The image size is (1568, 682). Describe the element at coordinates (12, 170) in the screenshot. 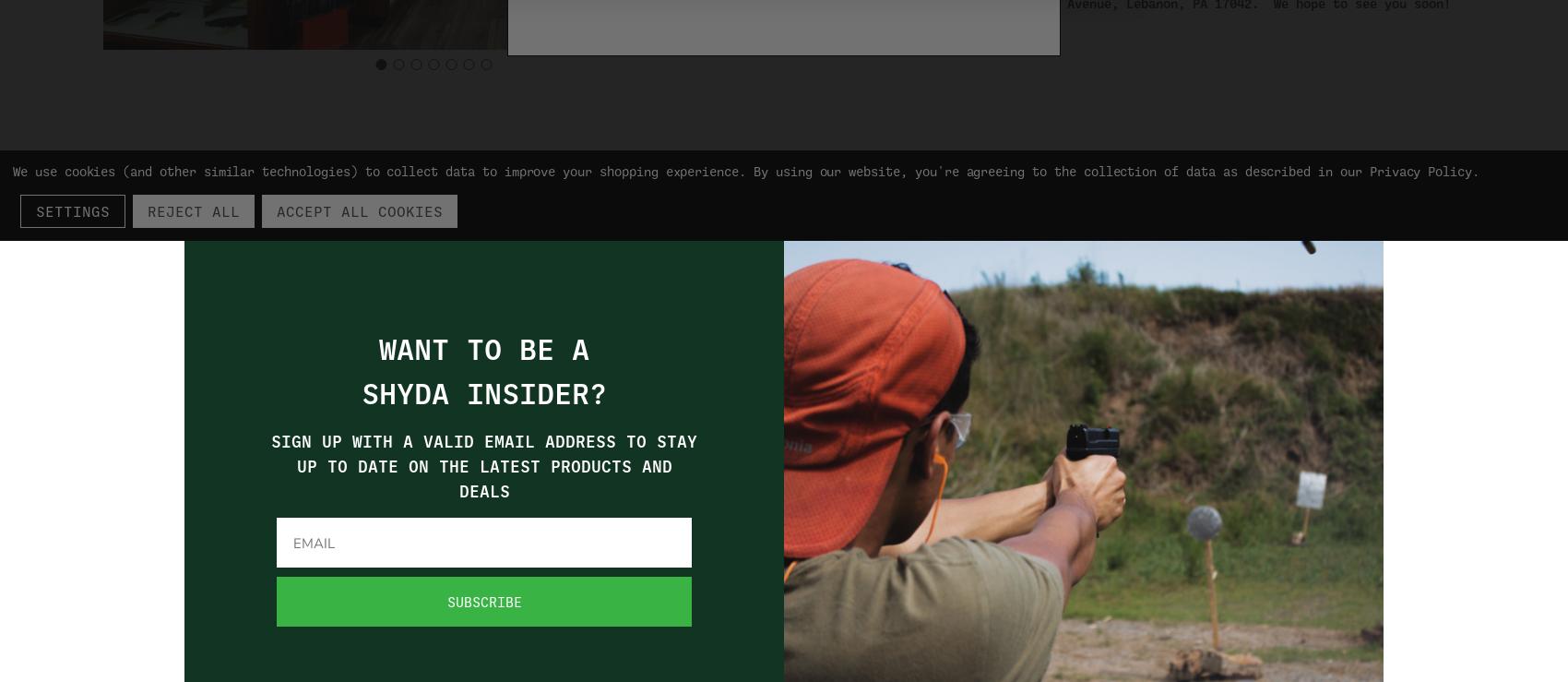

I see `'We use cookies (and other similar technologies) to collect data to improve your shopping experience.'` at that location.